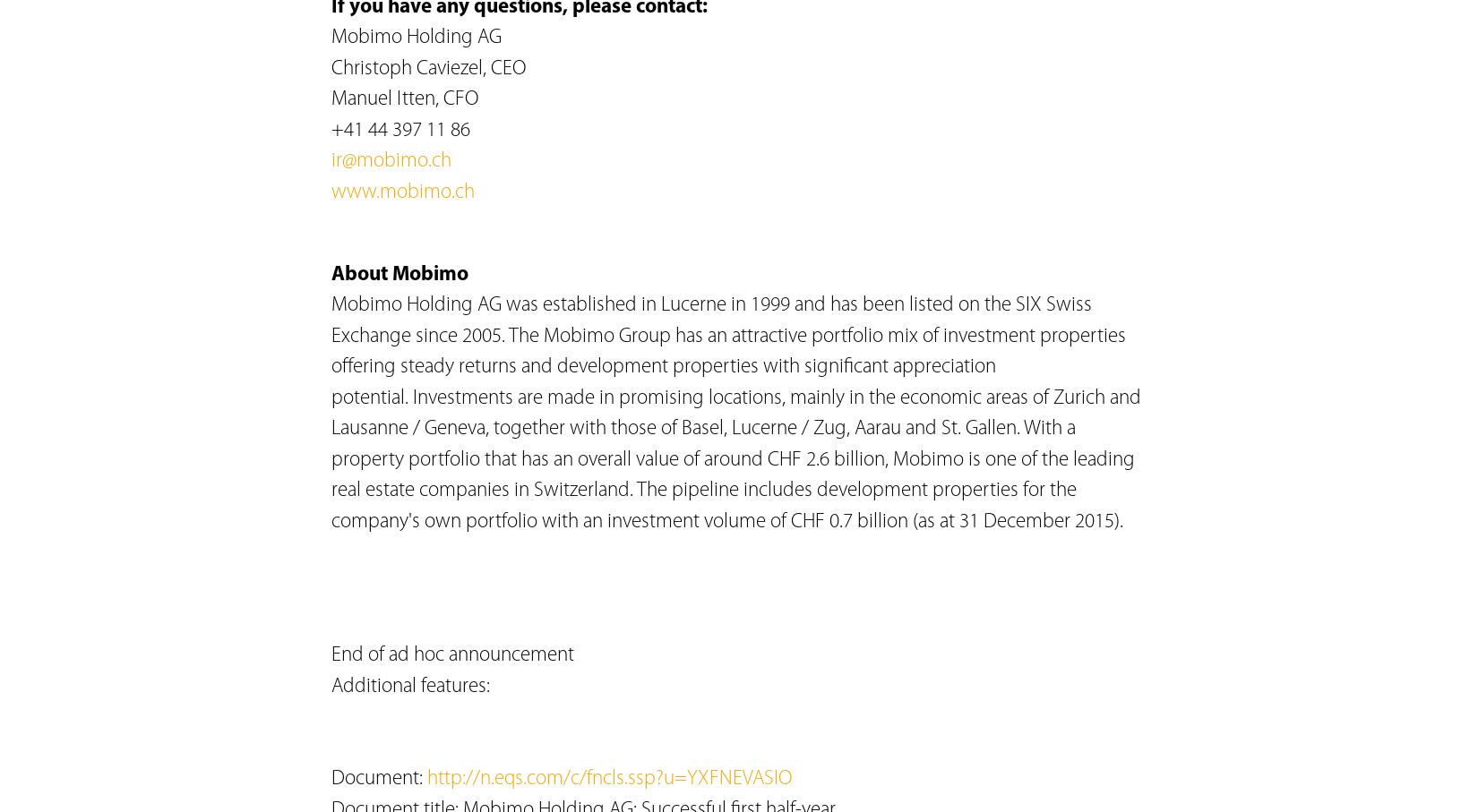  I want to click on 'Mobimo Holding AG was established in Lucerne in 1999 and has been listed on the SIX Swiss Exchange since 2005. The Mobimo Group has an attractive portfolio mix of investment properties offering steady returns and development properties with significant appreciation', so click(727, 337).